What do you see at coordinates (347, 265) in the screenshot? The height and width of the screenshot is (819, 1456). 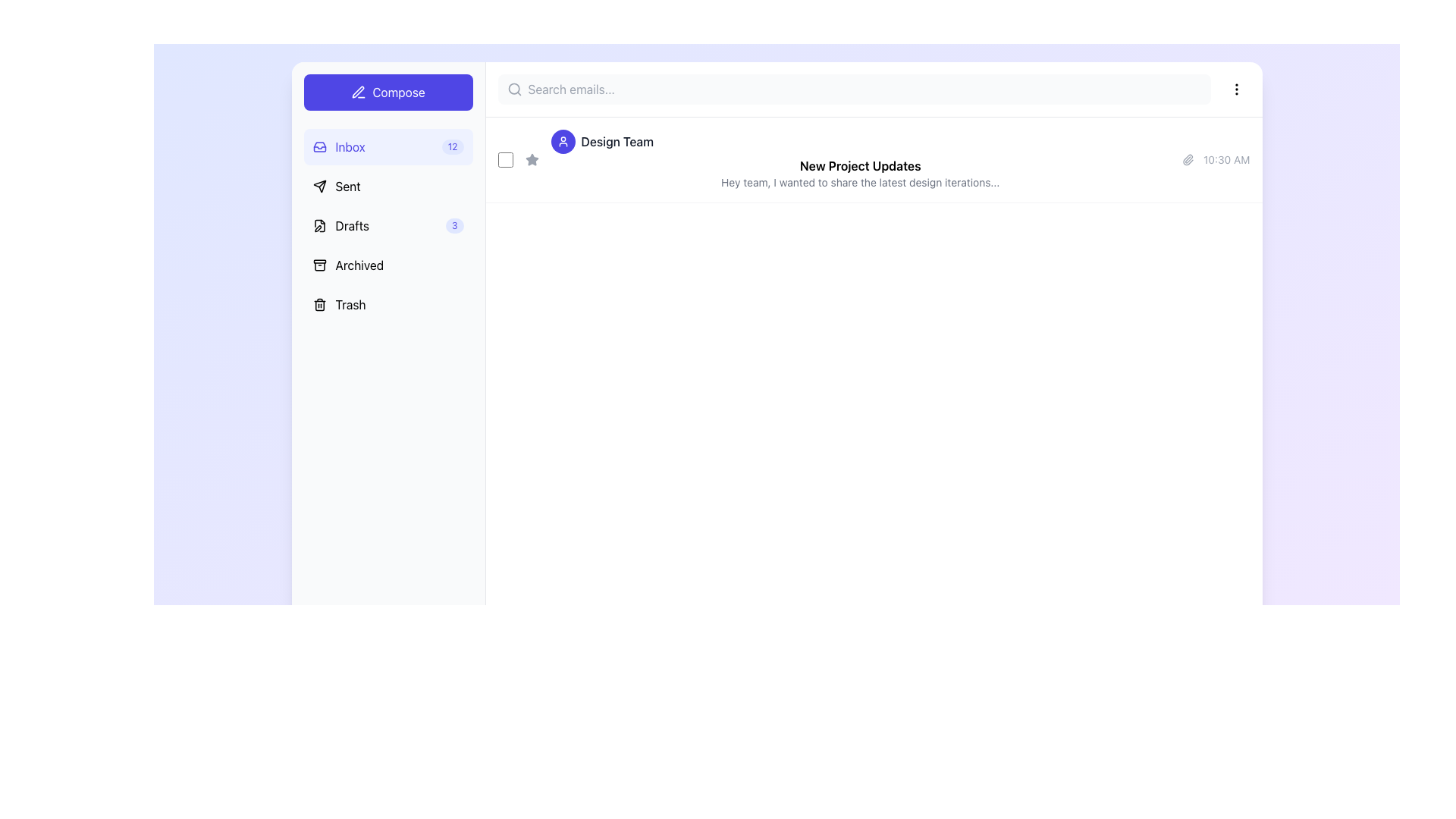 I see `the 'Archived' clickable navigation link in the vertical menu` at bounding box center [347, 265].